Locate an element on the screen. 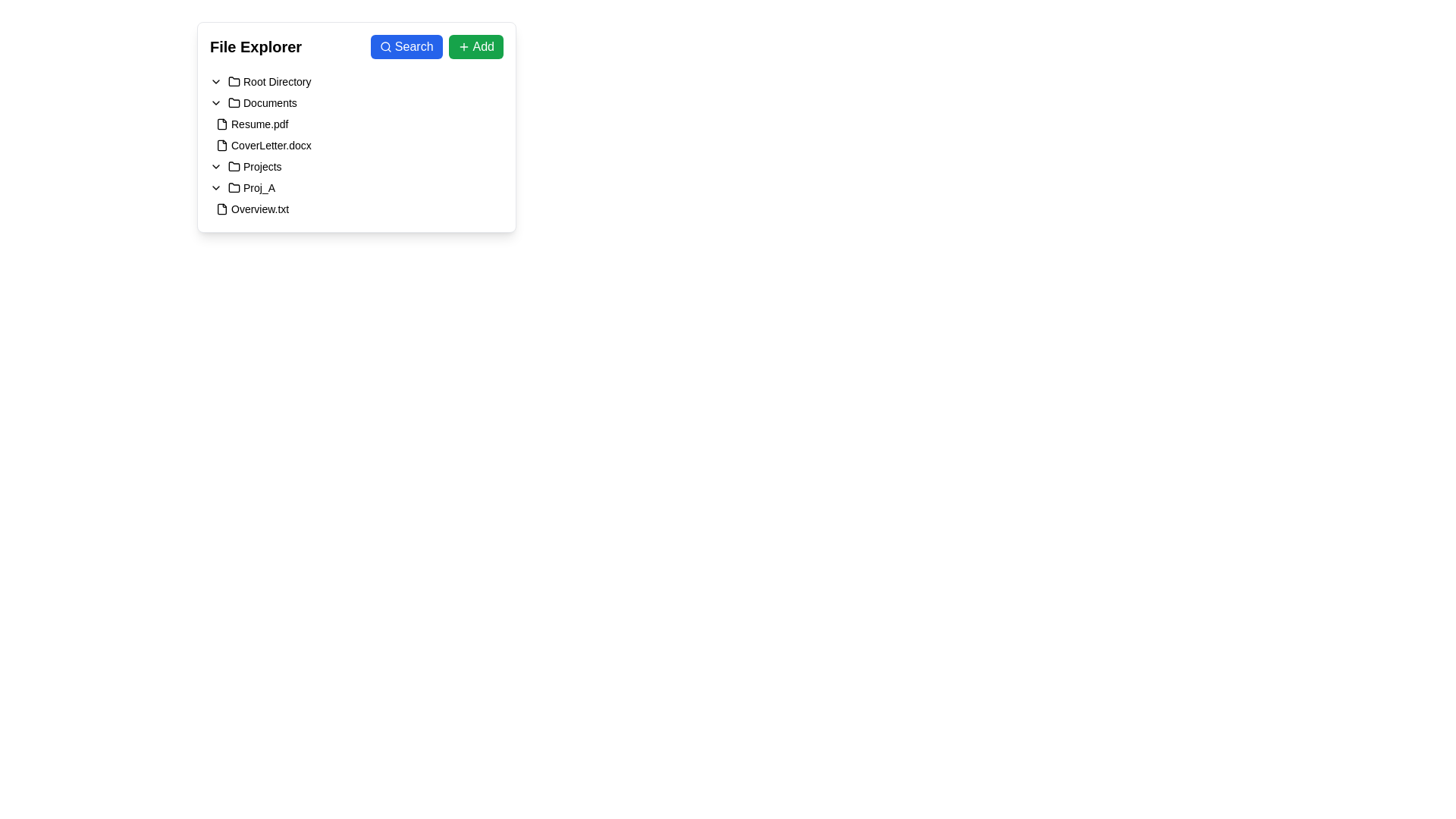 The width and height of the screenshot is (1456, 819). the leftmost button in the upper-right region of the 'File Explorer' card to initiate a search operation is located at coordinates (406, 45).